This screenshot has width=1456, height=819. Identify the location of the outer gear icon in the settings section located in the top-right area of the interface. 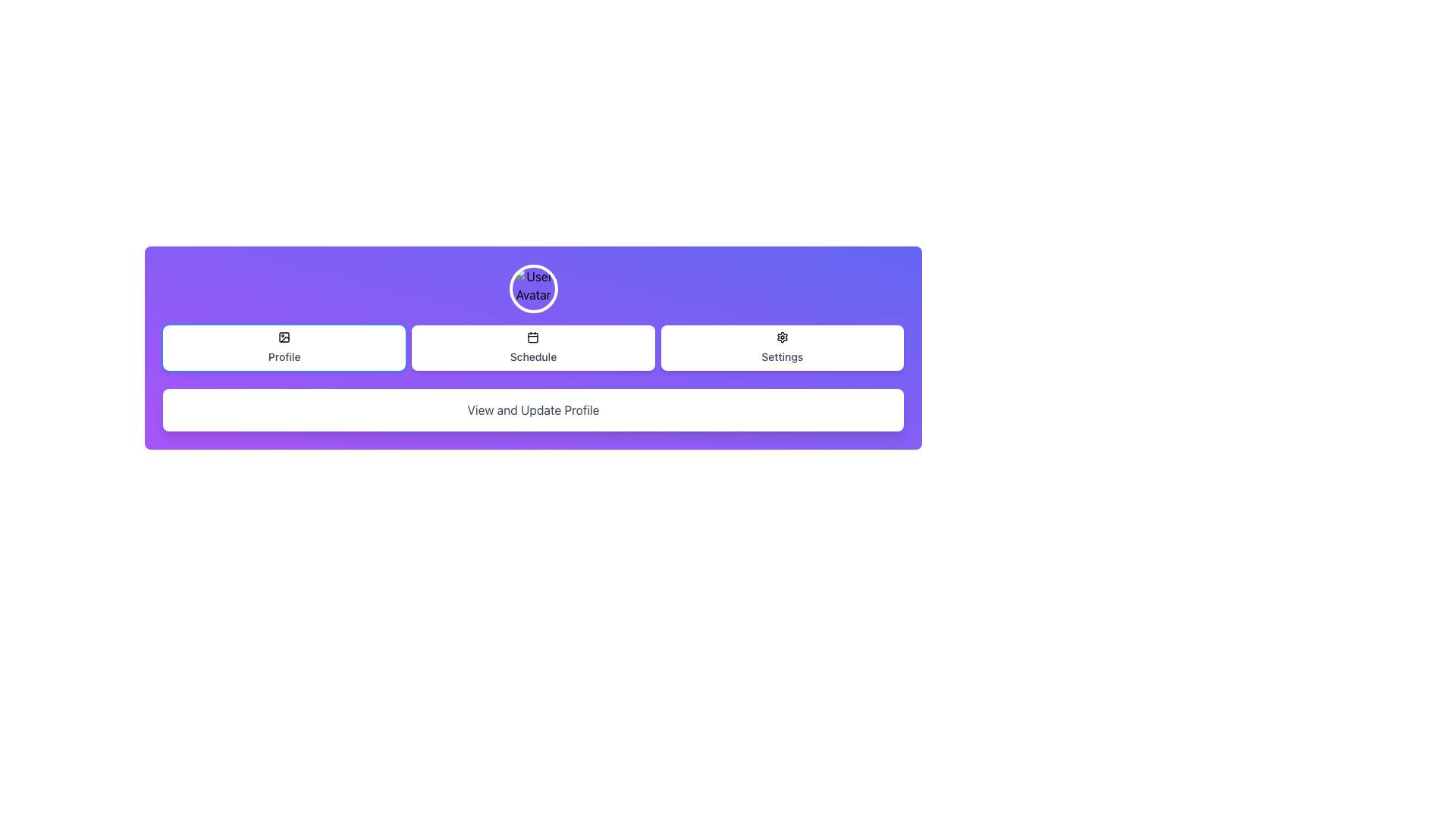
(782, 336).